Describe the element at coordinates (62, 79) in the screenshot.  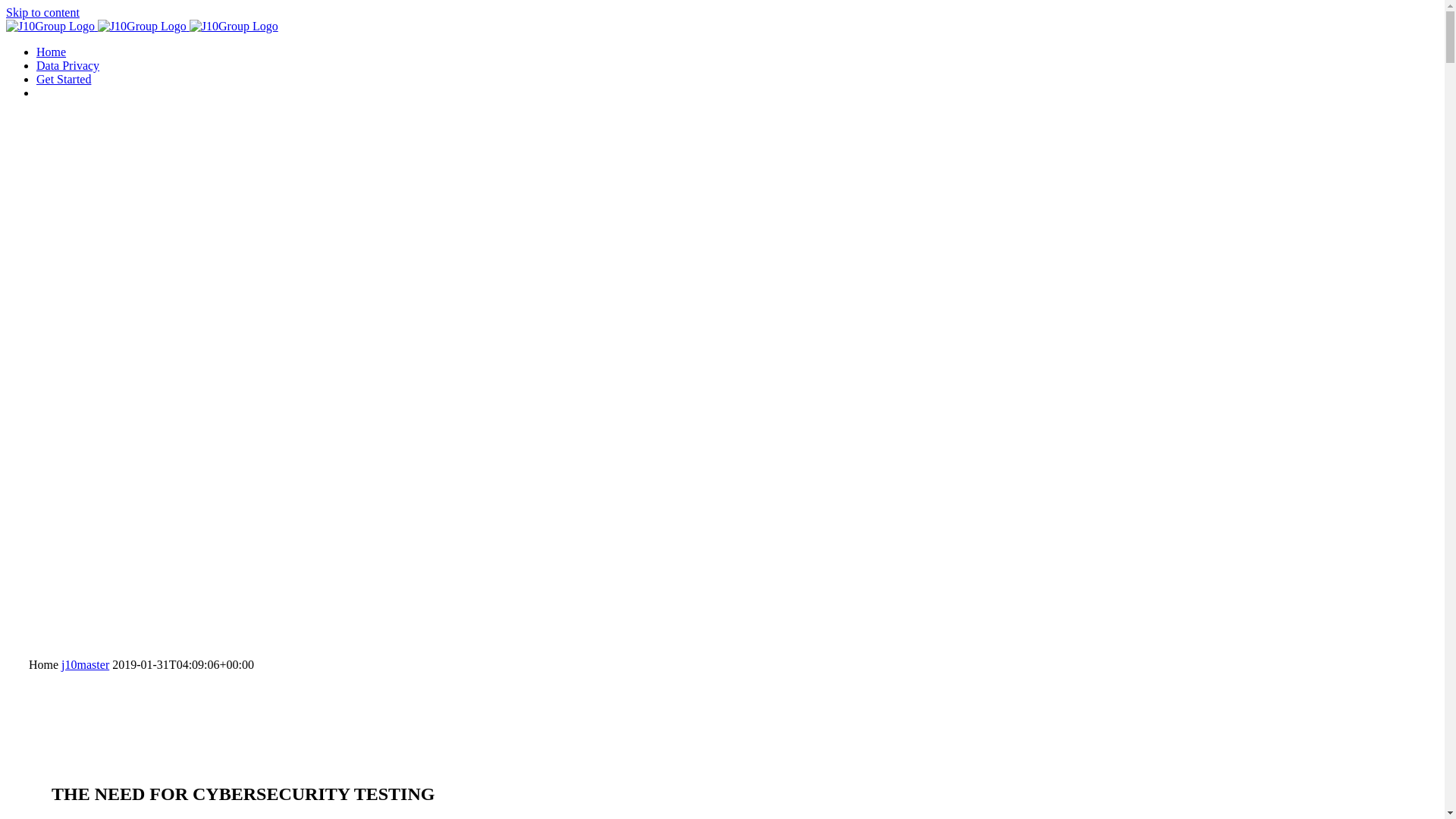
I see `'Get Started'` at that location.